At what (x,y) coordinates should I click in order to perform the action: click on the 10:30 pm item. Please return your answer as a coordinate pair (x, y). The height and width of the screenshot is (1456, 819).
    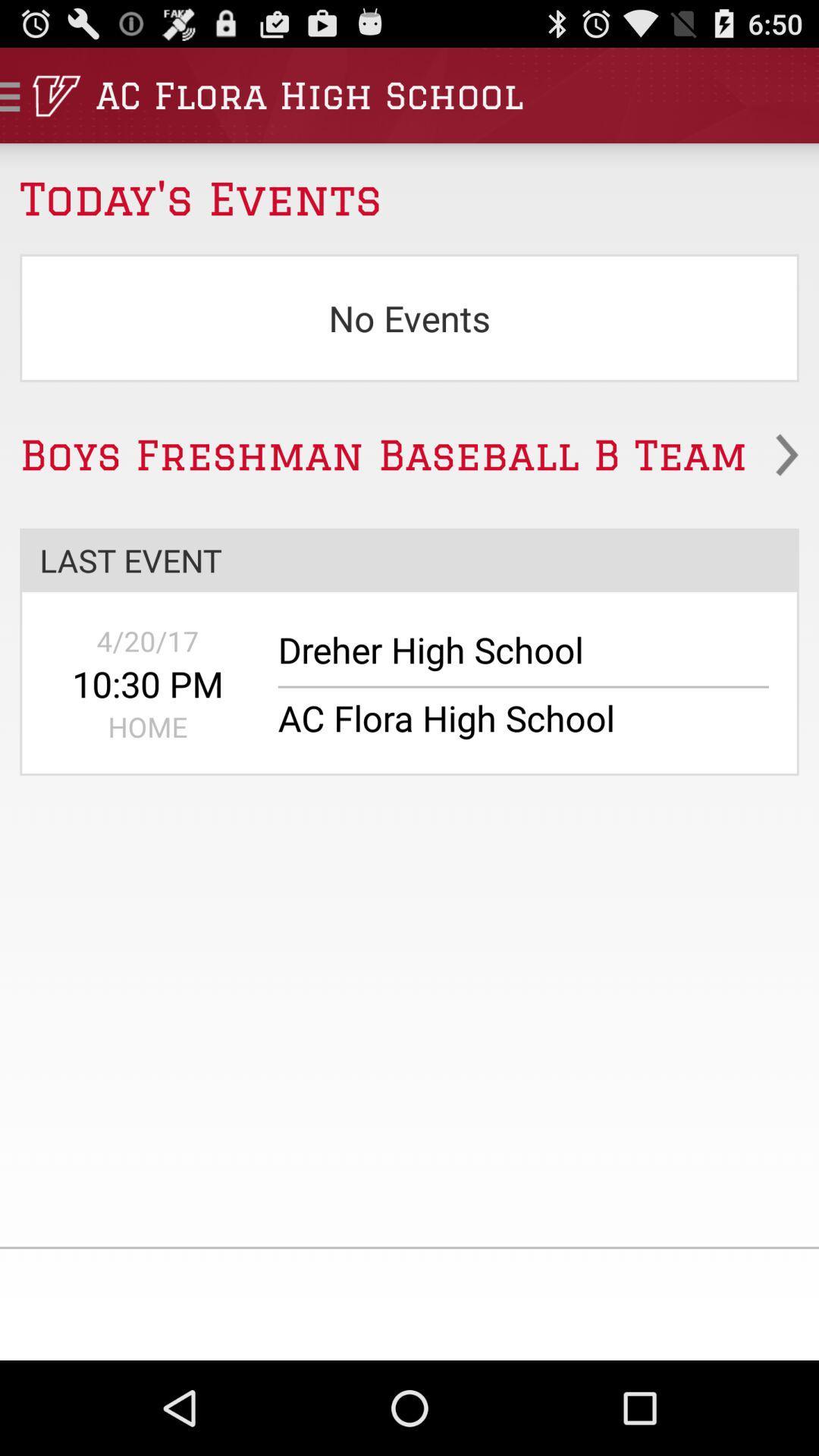
    Looking at the image, I should click on (148, 682).